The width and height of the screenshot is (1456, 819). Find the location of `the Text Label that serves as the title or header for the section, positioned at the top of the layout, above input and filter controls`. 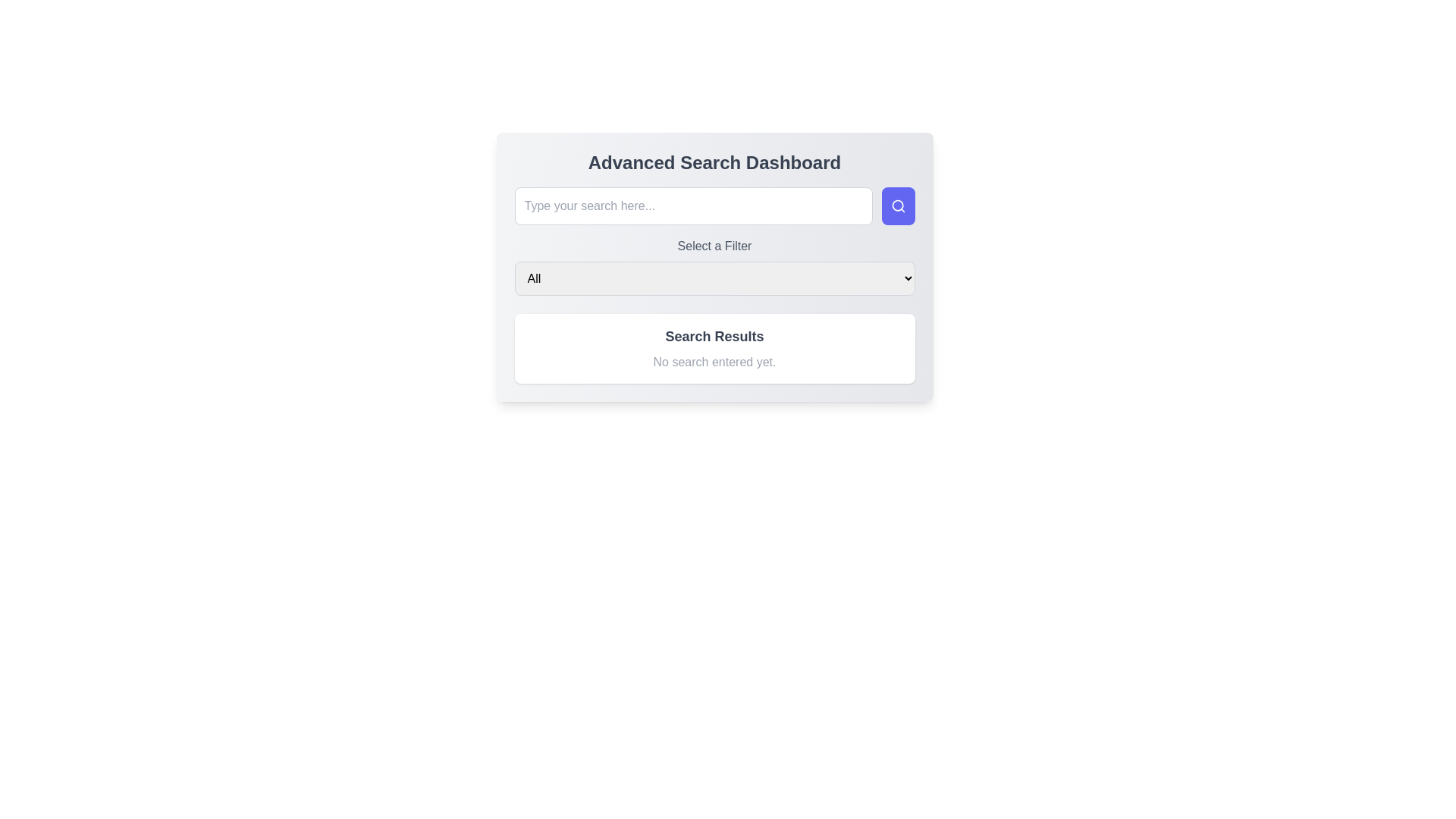

the Text Label that serves as the title or header for the section, positioned at the top of the layout, above input and filter controls is located at coordinates (714, 163).